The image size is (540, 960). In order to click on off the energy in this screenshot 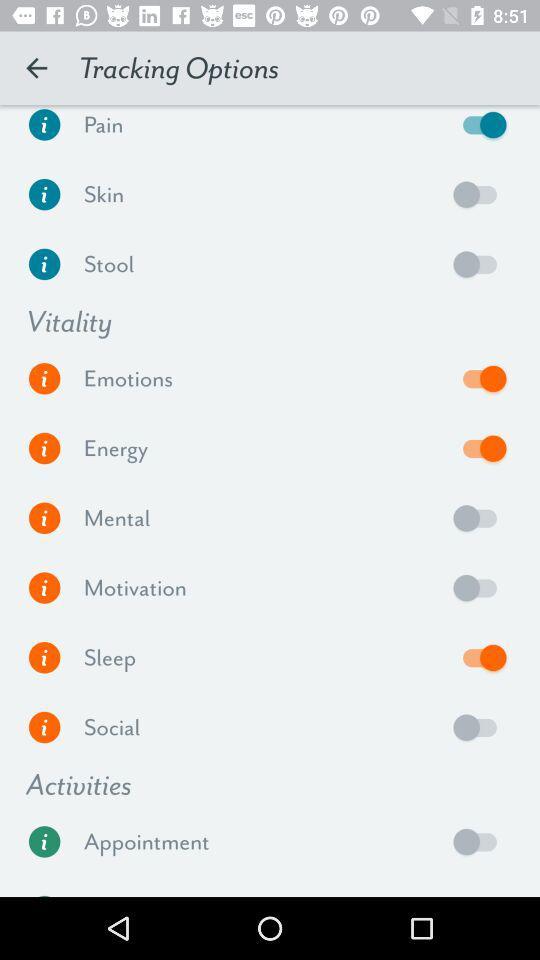, I will do `click(479, 448)`.